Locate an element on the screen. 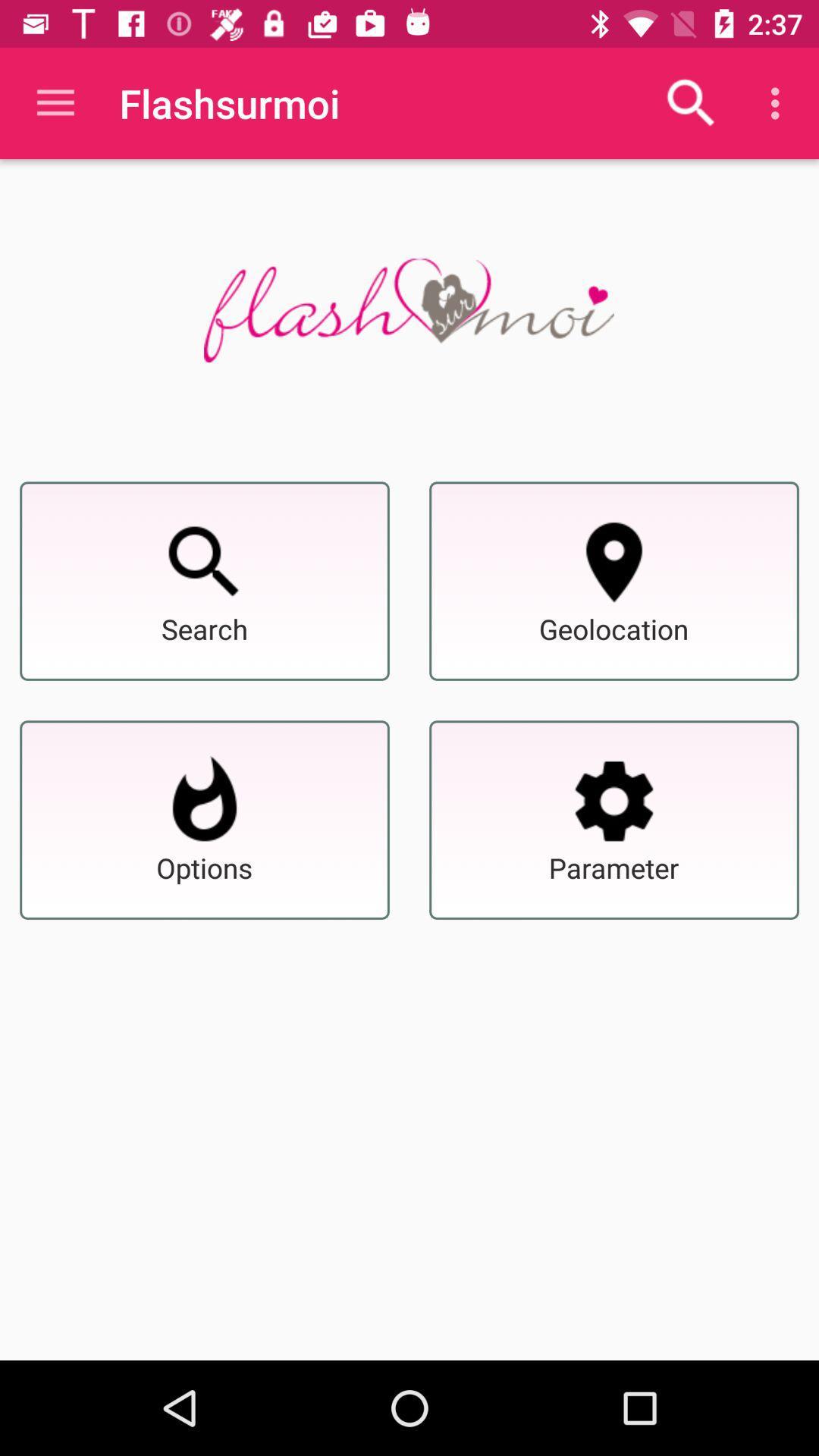 This screenshot has height=1456, width=819. search is located at coordinates (205, 561).